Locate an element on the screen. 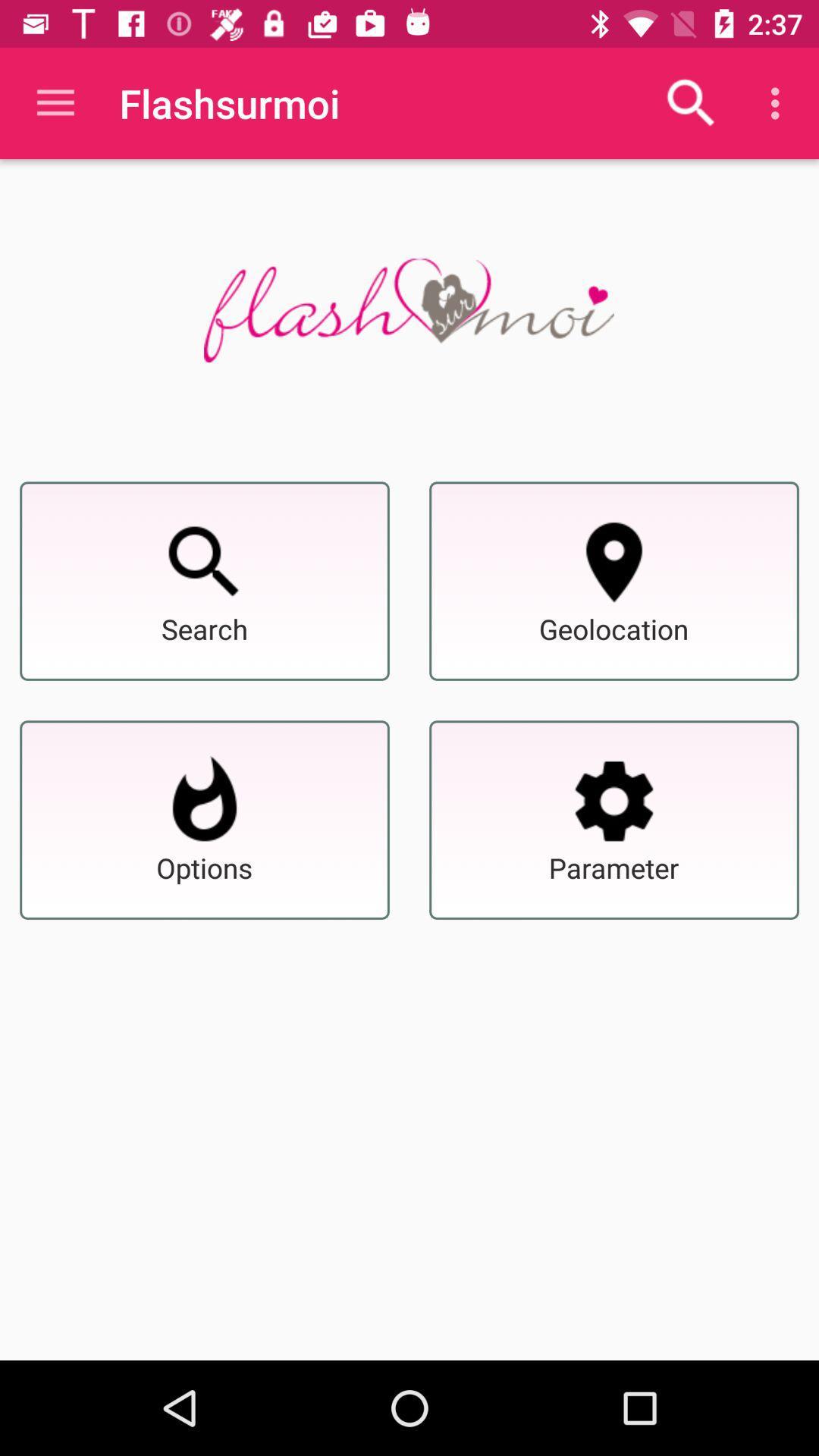 This screenshot has height=1456, width=819. search is located at coordinates (205, 561).